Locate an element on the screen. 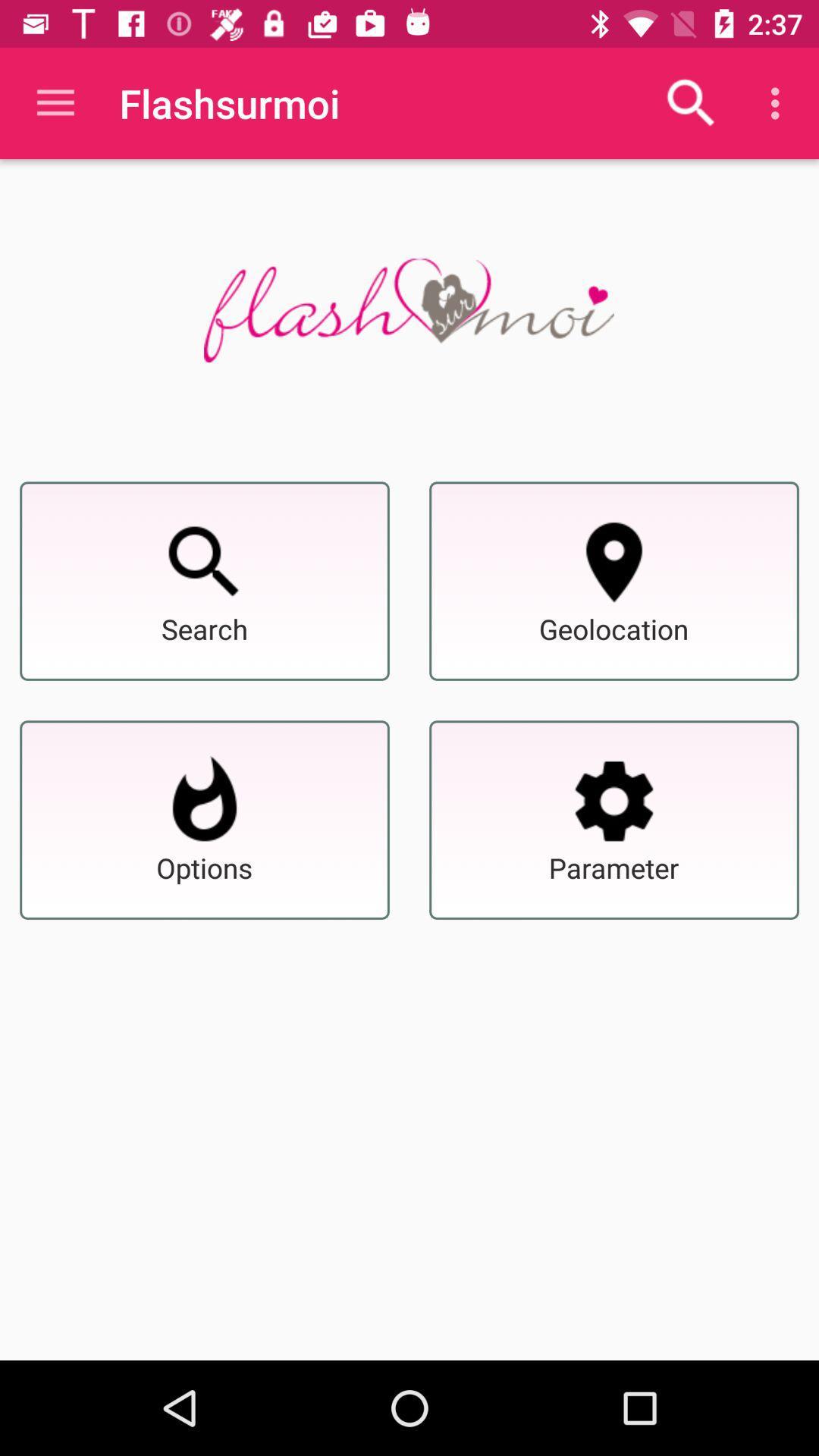 This screenshot has height=1456, width=819. search is located at coordinates (205, 561).